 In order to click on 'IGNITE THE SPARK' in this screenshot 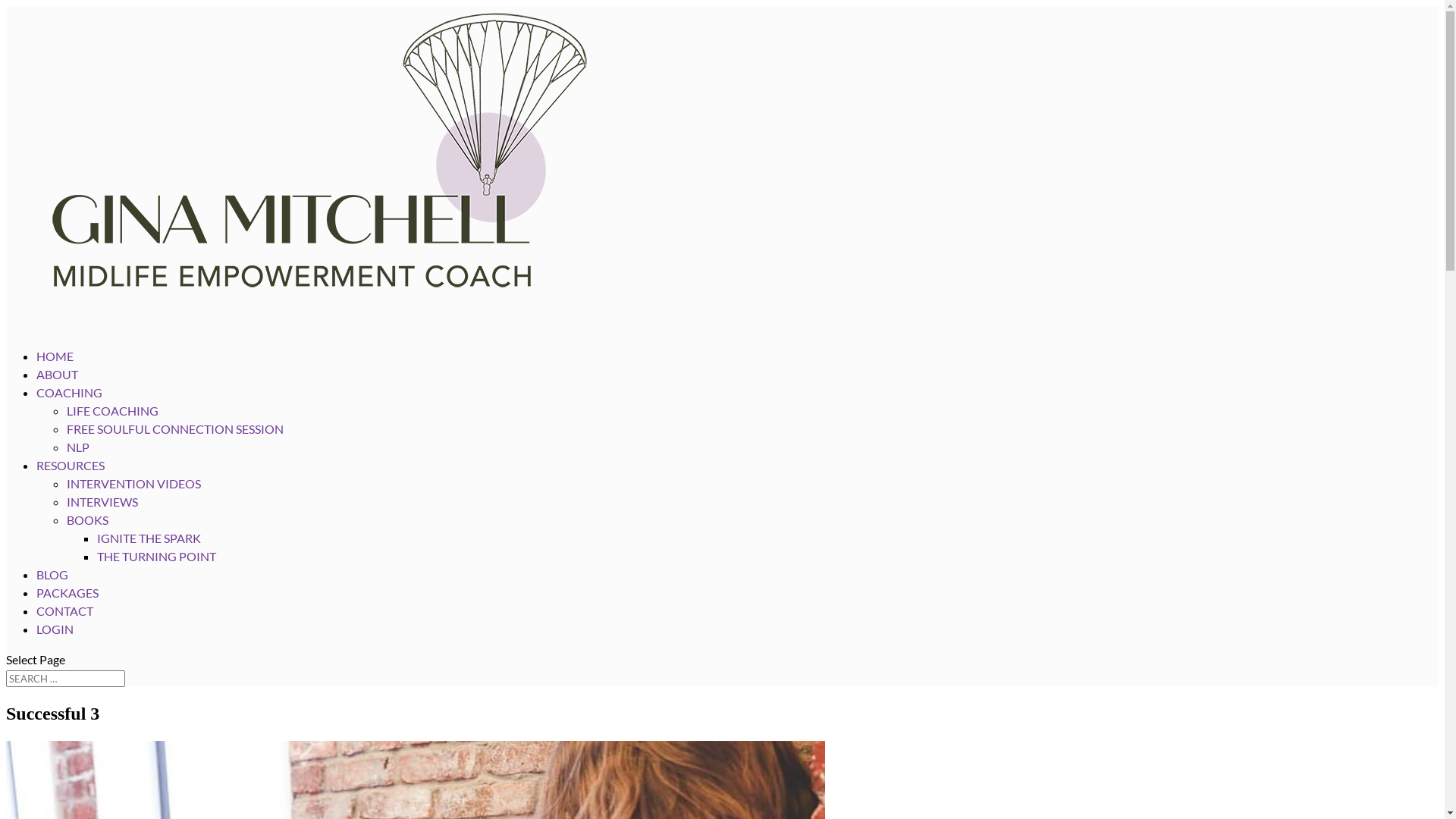, I will do `click(149, 537)`.